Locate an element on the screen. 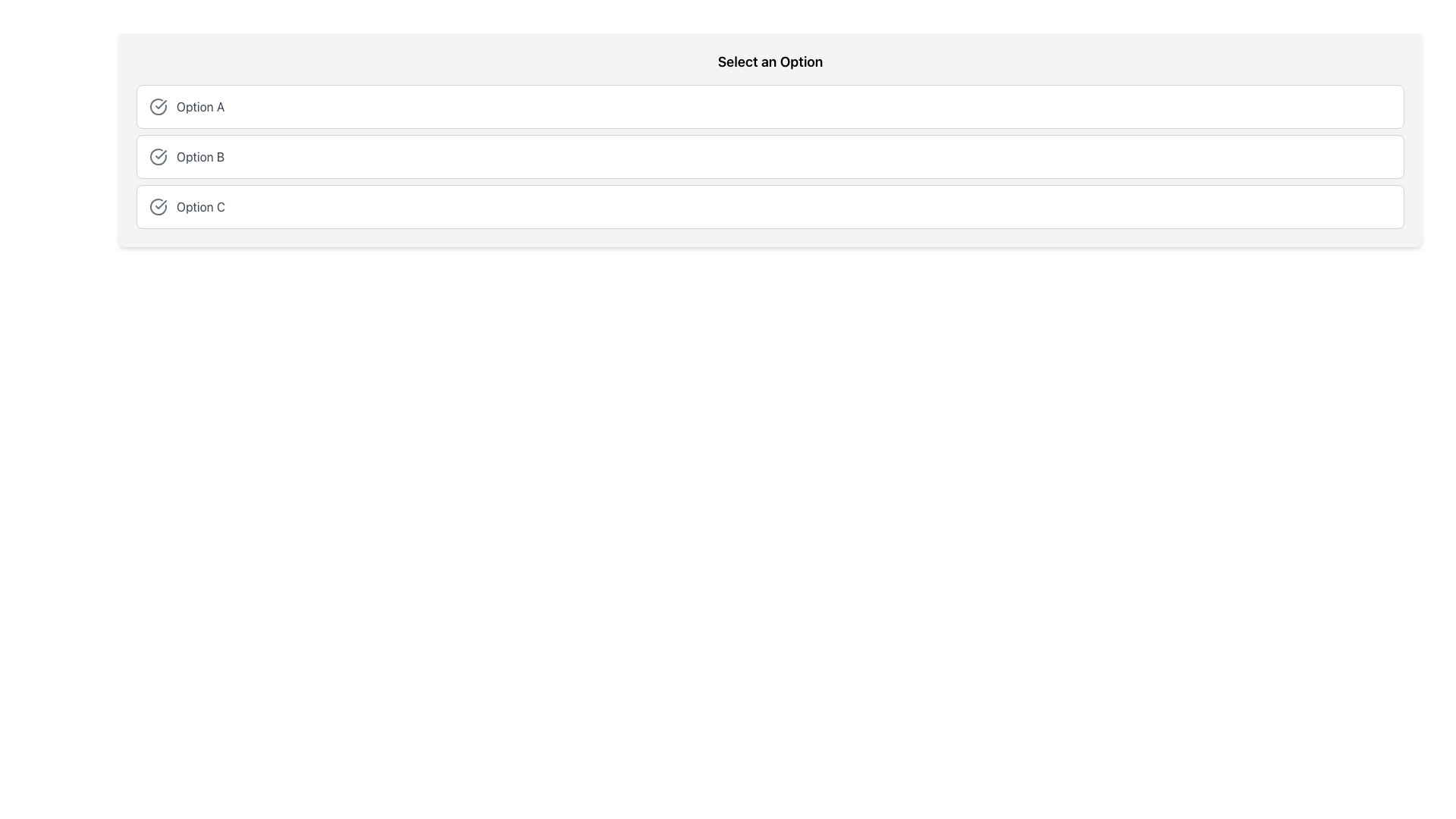 The image size is (1456, 819). the text label reading 'Option C', which is part of a selectable item layout and located as the third item in a vertical list is located at coordinates (200, 207).